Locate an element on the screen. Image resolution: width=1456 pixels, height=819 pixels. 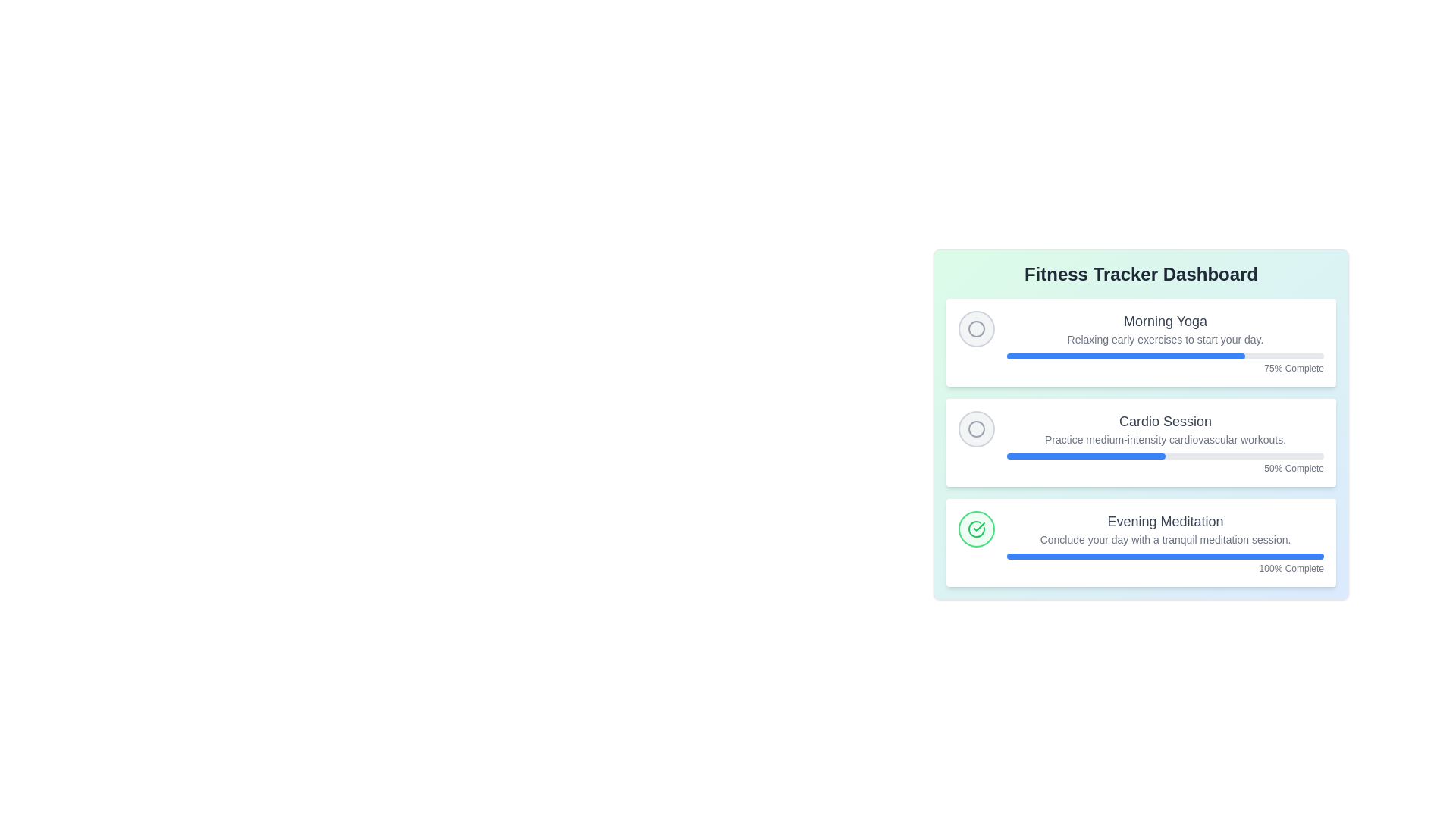
the 'Cardio Session' title text, which is prominently displayed in a larger, bold font style with a medium-gray color, located in the second section of the 'Fitness Tracker Dashboard' is located at coordinates (1164, 421).